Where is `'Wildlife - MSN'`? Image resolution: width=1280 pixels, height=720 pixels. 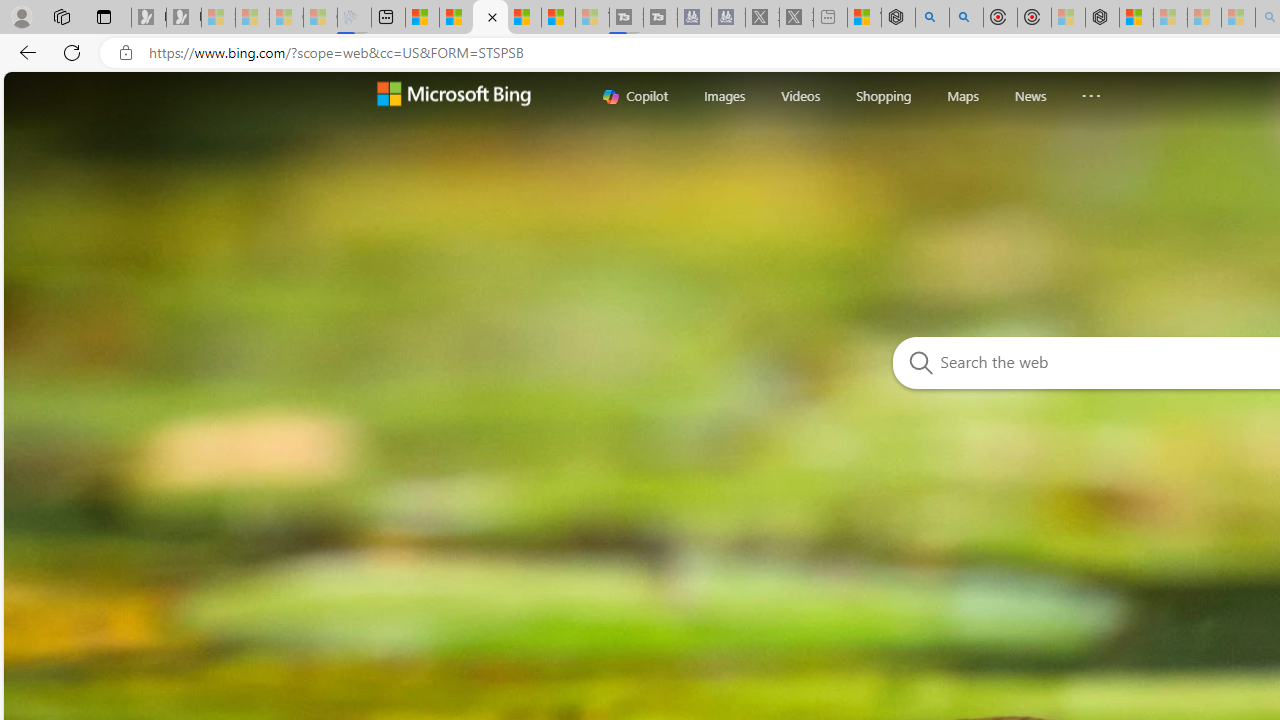 'Wildlife - MSN' is located at coordinates (864, 17).